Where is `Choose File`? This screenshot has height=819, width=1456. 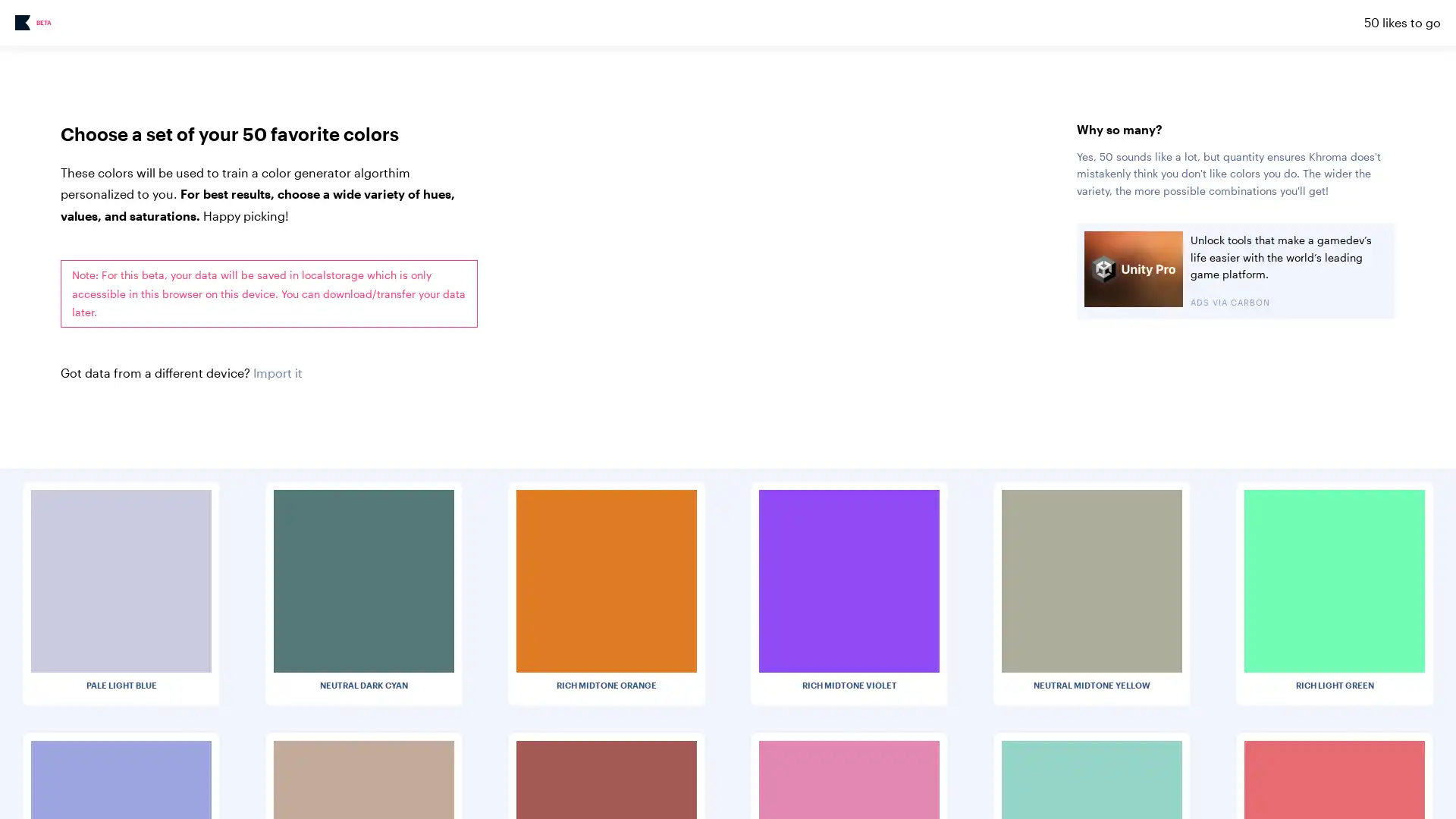 Choose File is located at coordinates (291, 374).